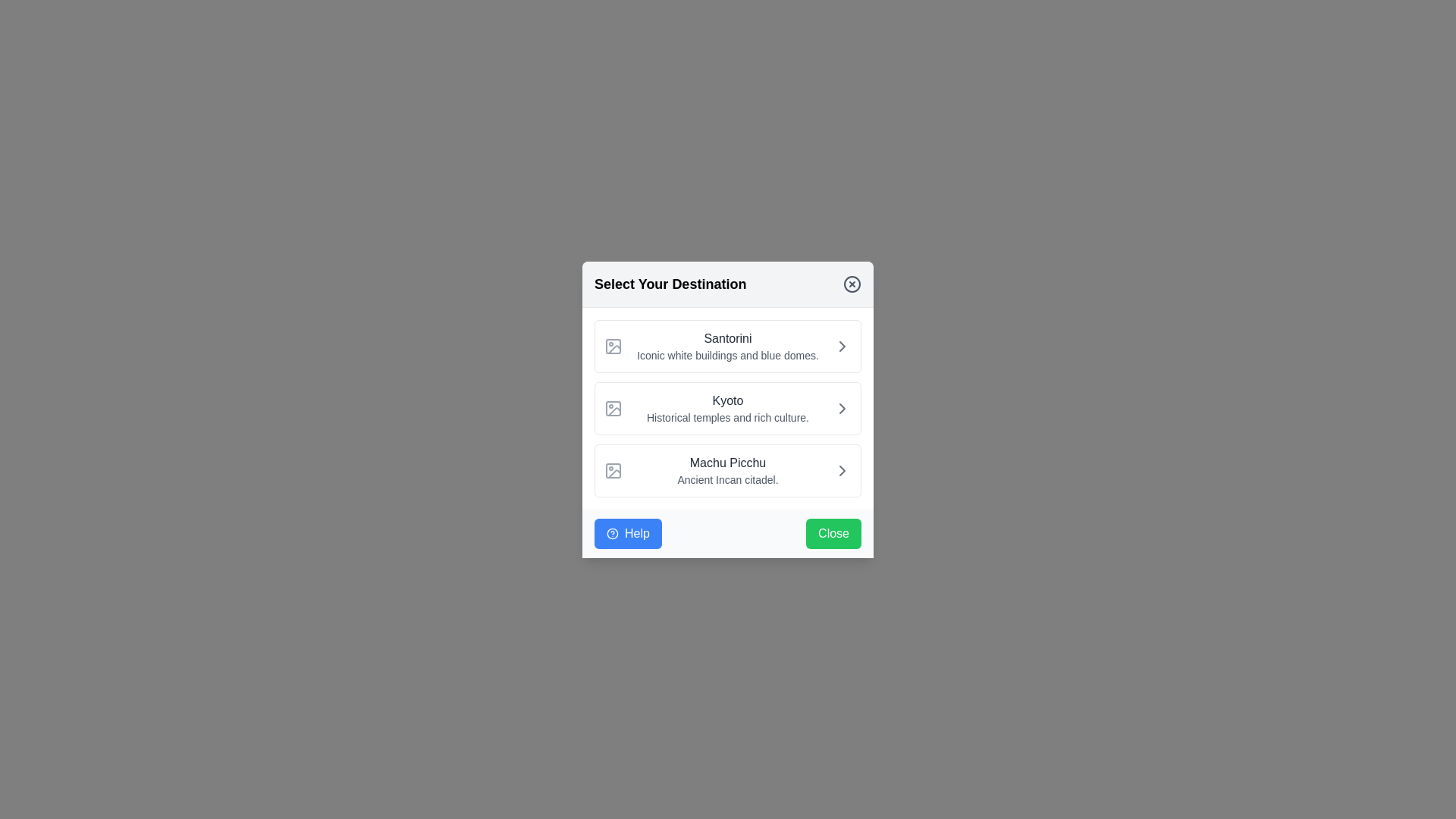  Describe the element at coordinates (628, 532) in the screenshot. I see `the 'Help' button to request assistance` at that location.